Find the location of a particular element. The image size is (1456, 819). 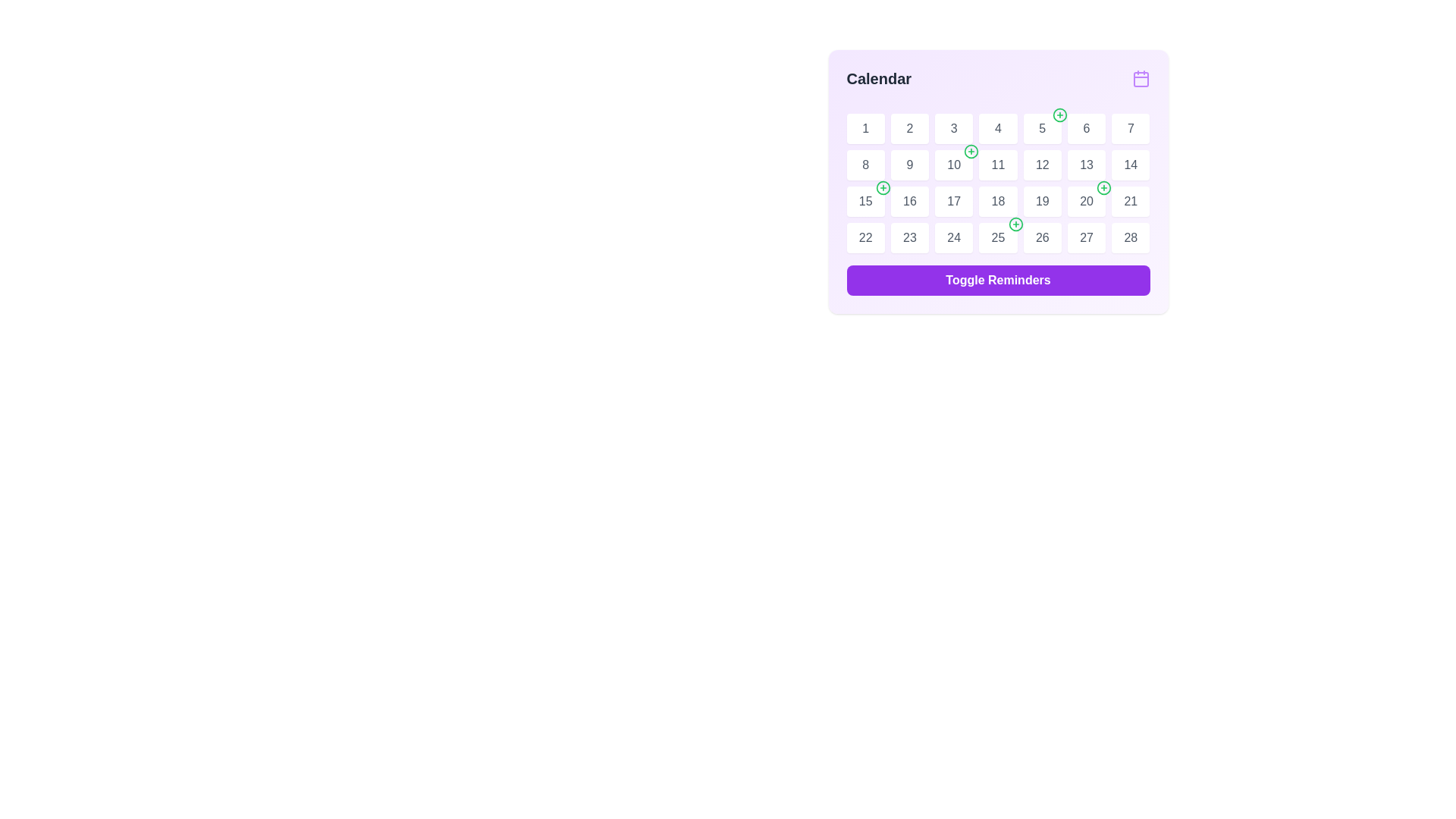

the interactive calendar cell representing the 22nd day of the month is located at coordinates (865, 237).